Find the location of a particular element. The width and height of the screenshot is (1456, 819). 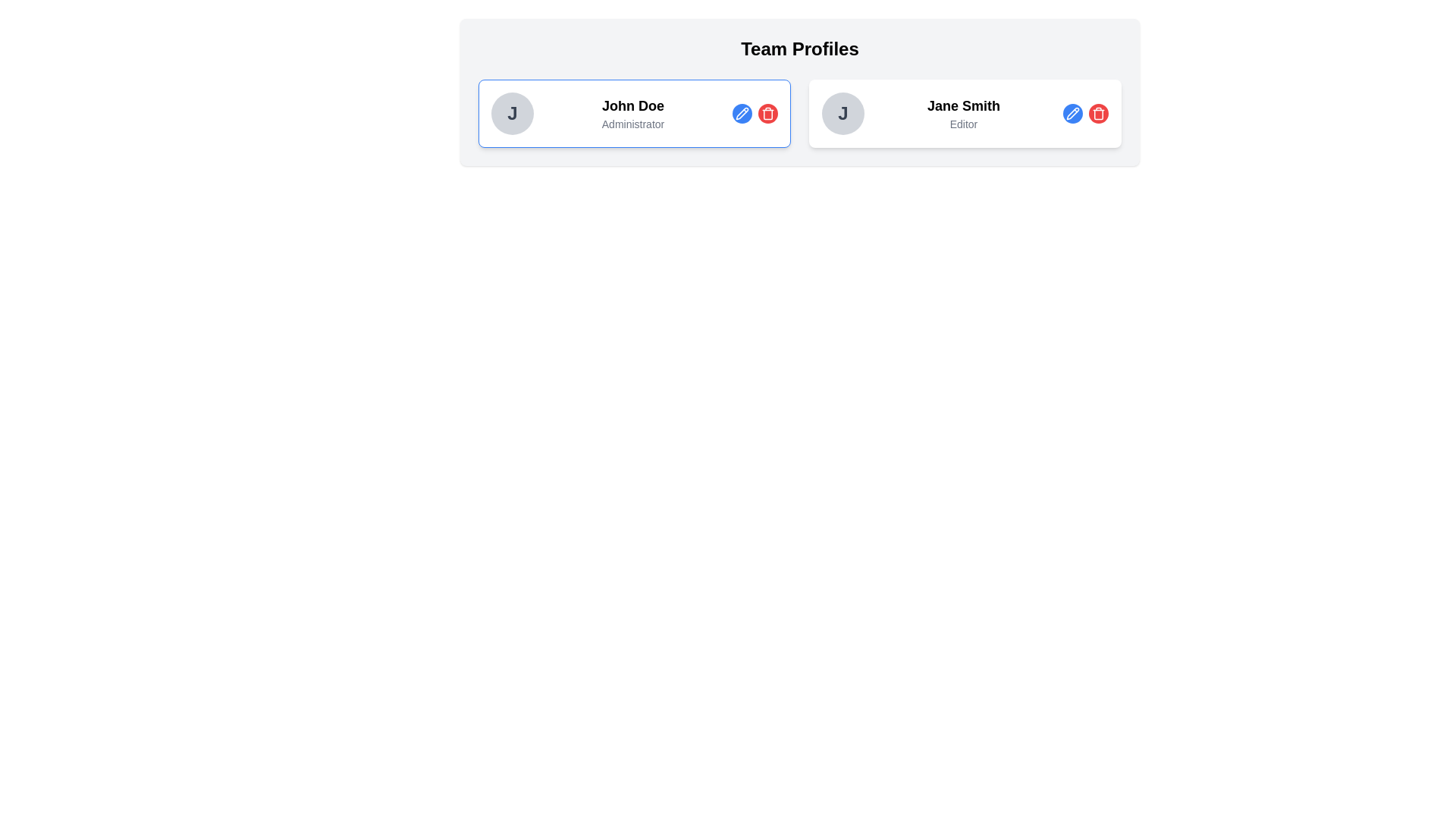

the trash bin icon button within the second profile card for user 'Jane Smith - Editor' is located at coordinates (1099, 113).